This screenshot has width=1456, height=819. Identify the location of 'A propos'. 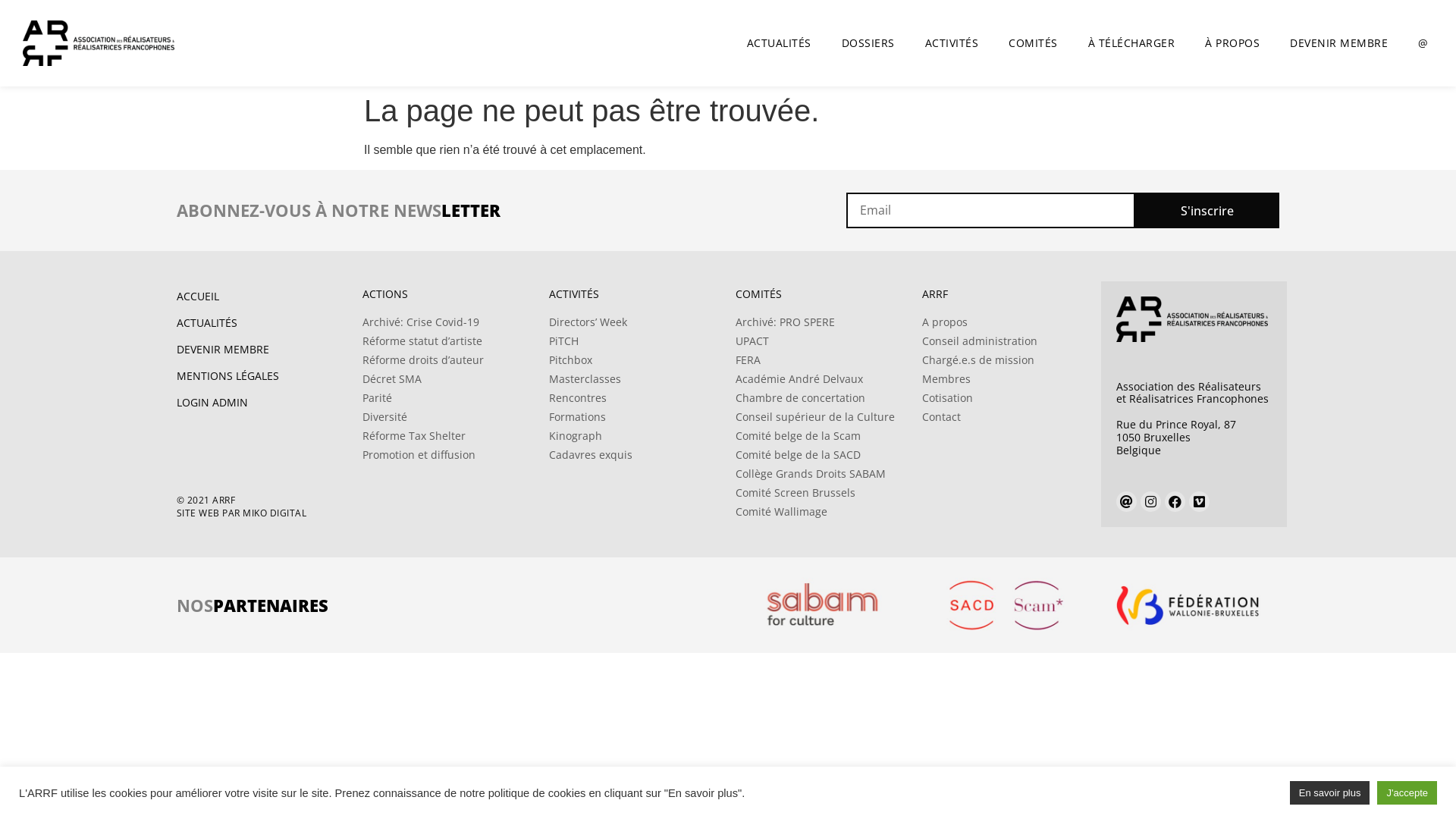
(1008, 321).